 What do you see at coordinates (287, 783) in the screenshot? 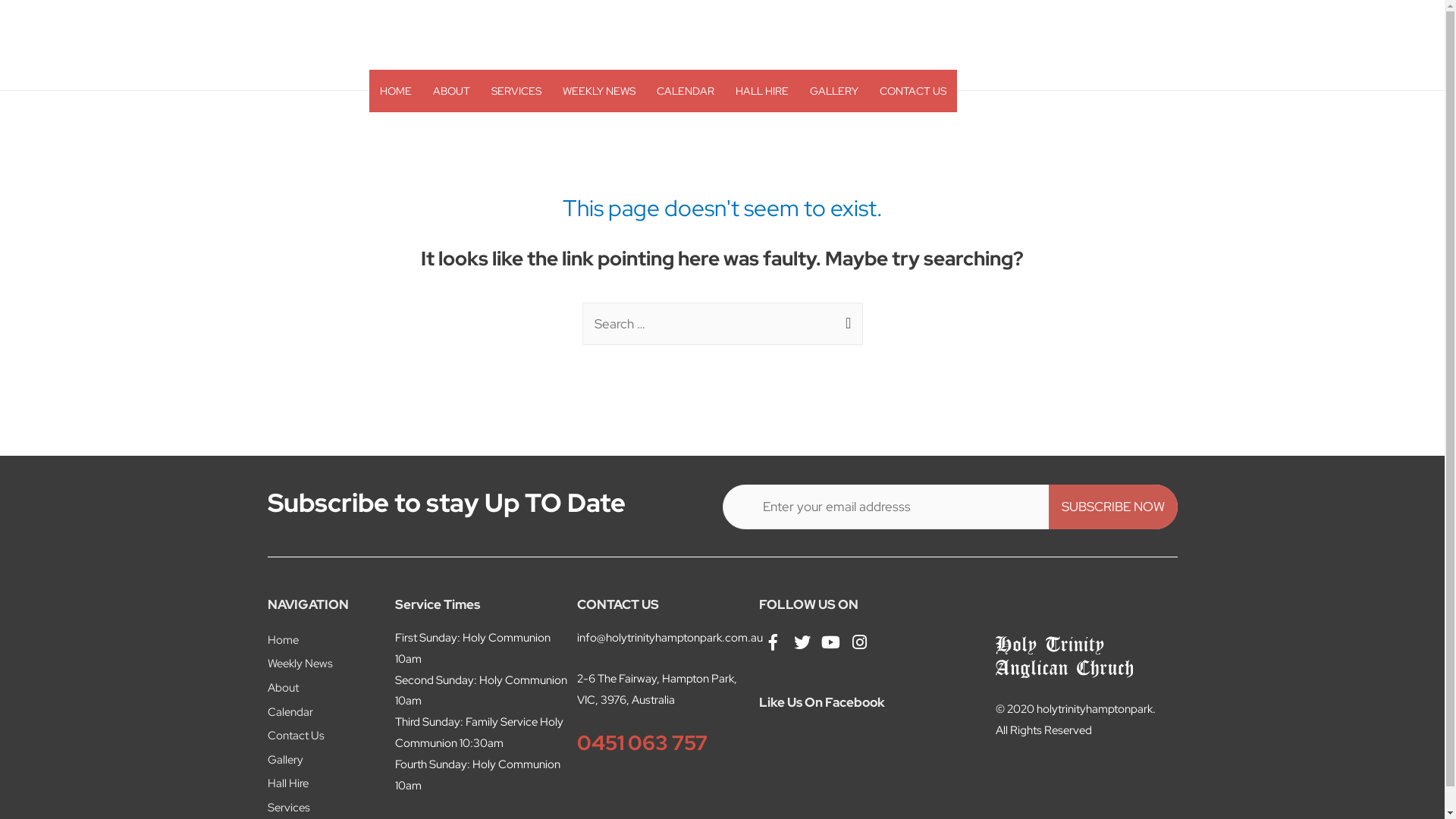
I see `'Hall Hire'` at bounding box center [287, 783].